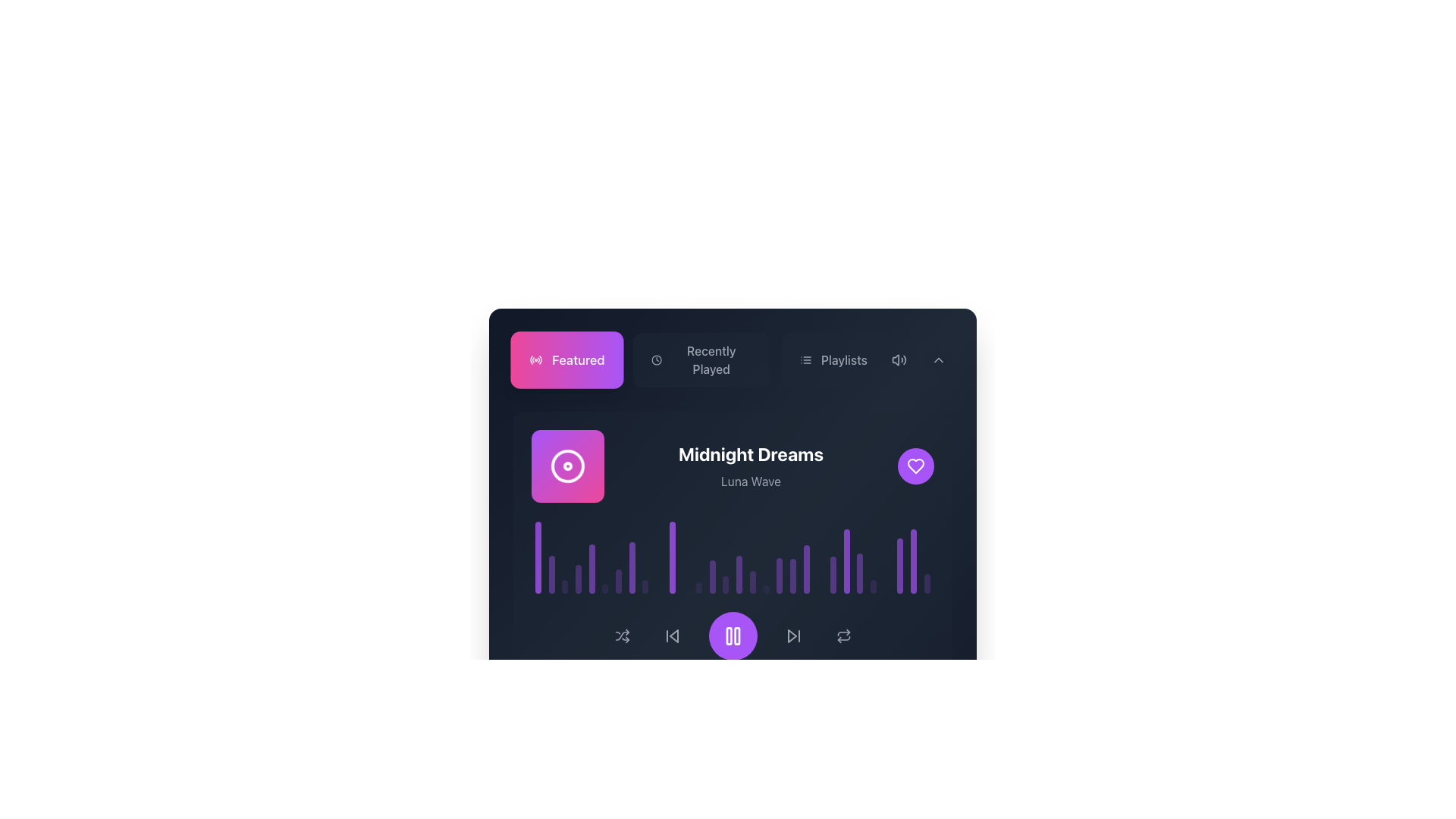  I want to click on the heart-shaped purple icon located at the top-right corner of the central album information card, so click(915, 465).